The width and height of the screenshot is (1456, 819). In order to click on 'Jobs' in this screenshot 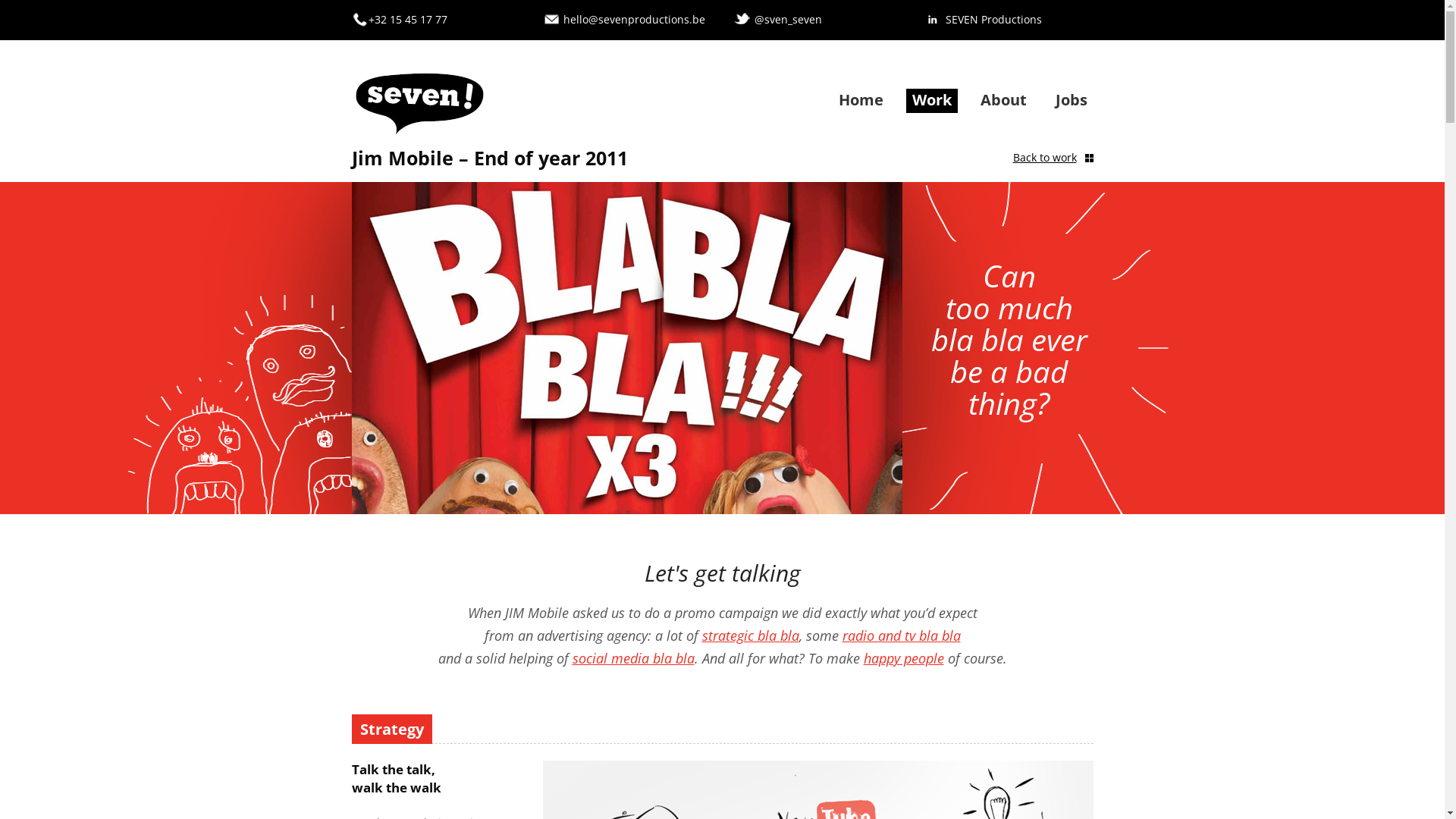, I will do `click(1070, 99)`.